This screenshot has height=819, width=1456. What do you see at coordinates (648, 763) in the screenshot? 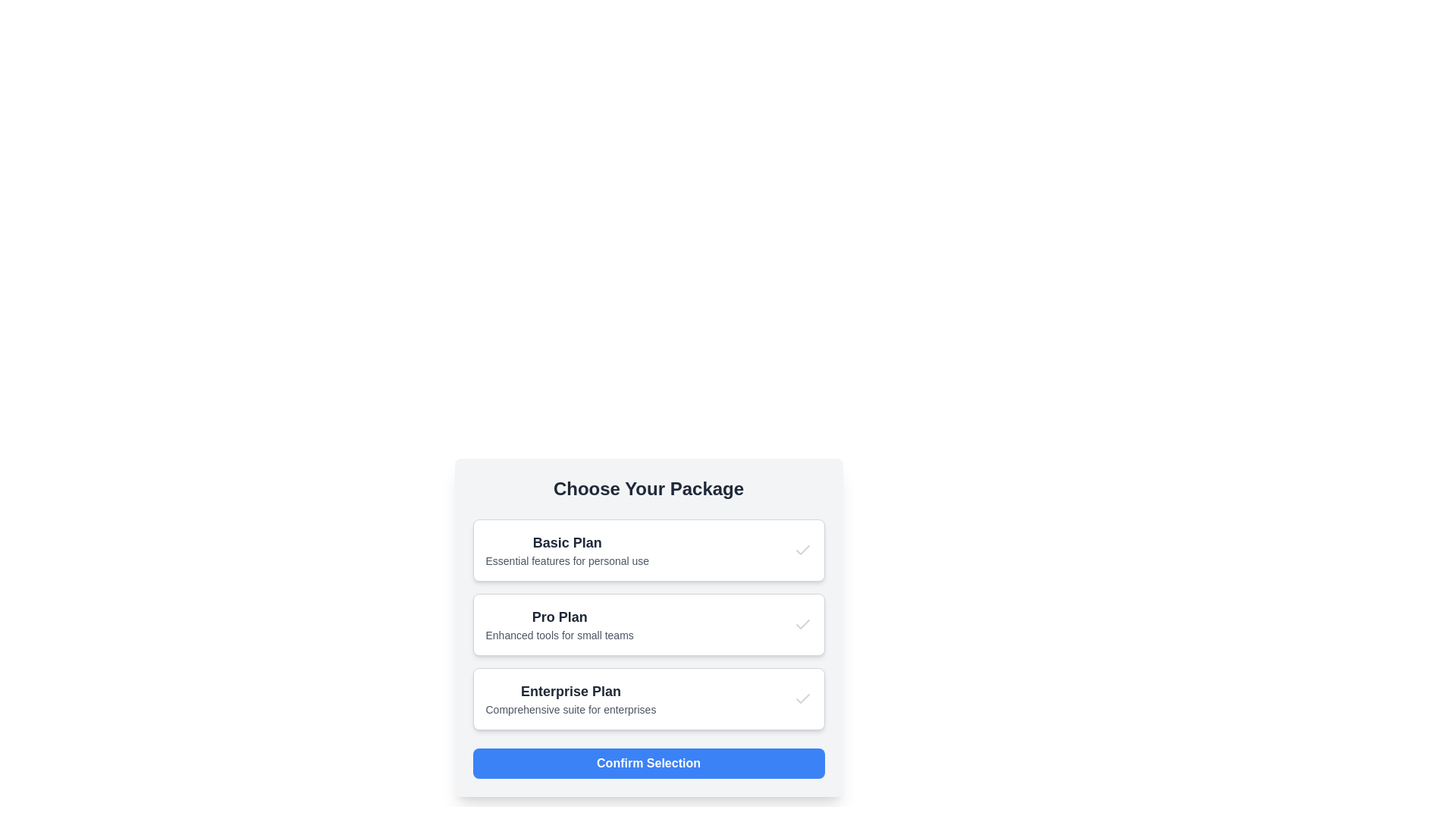
I see `the 'Confirm Selection' button with a blue background and rounded corners located at the bottom of the 'Choose Your Package' section to confirm the selection` at bounding box center [648, 763].